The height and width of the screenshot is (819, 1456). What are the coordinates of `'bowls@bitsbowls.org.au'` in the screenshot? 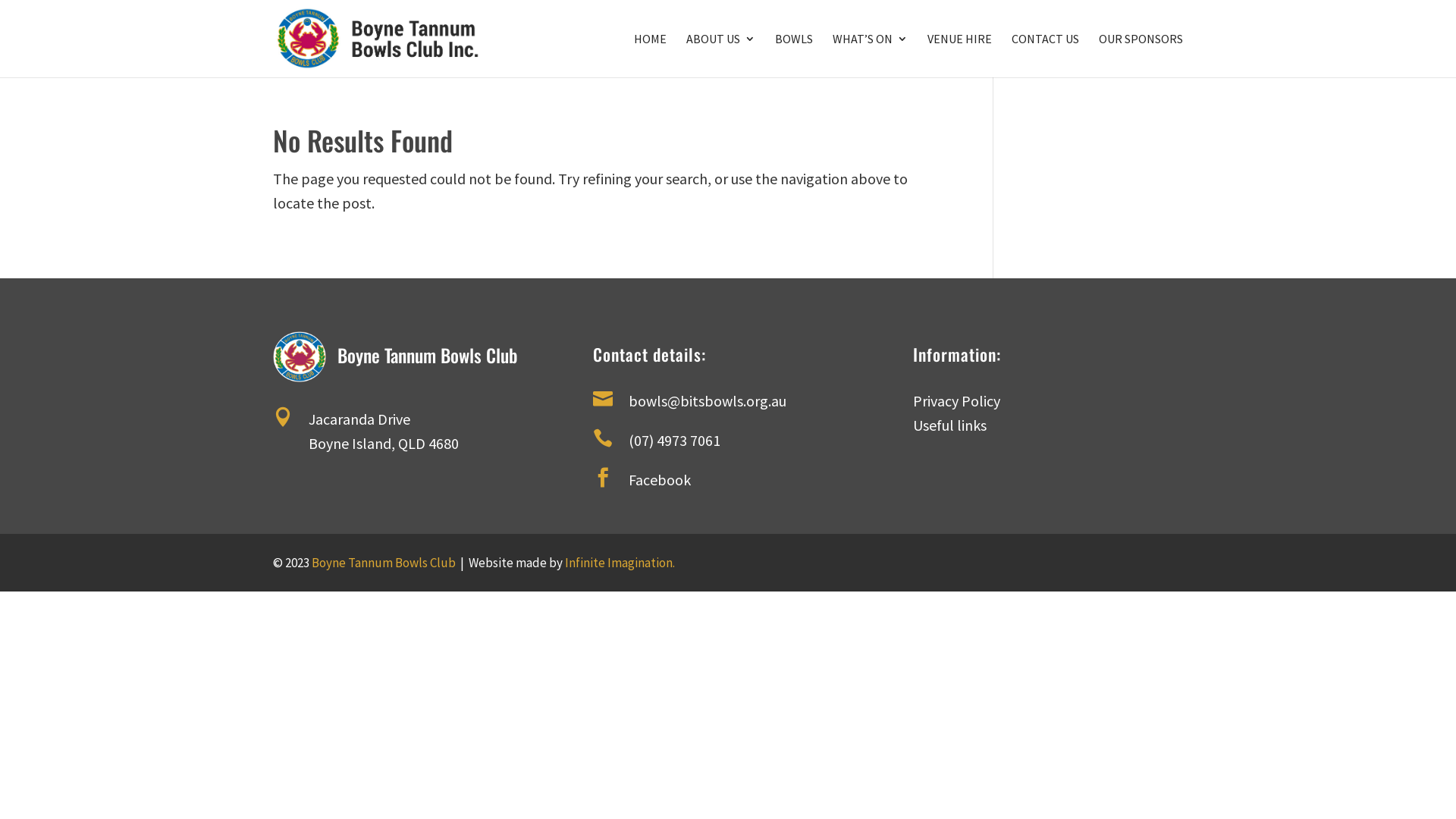 It's located at (706, 400).